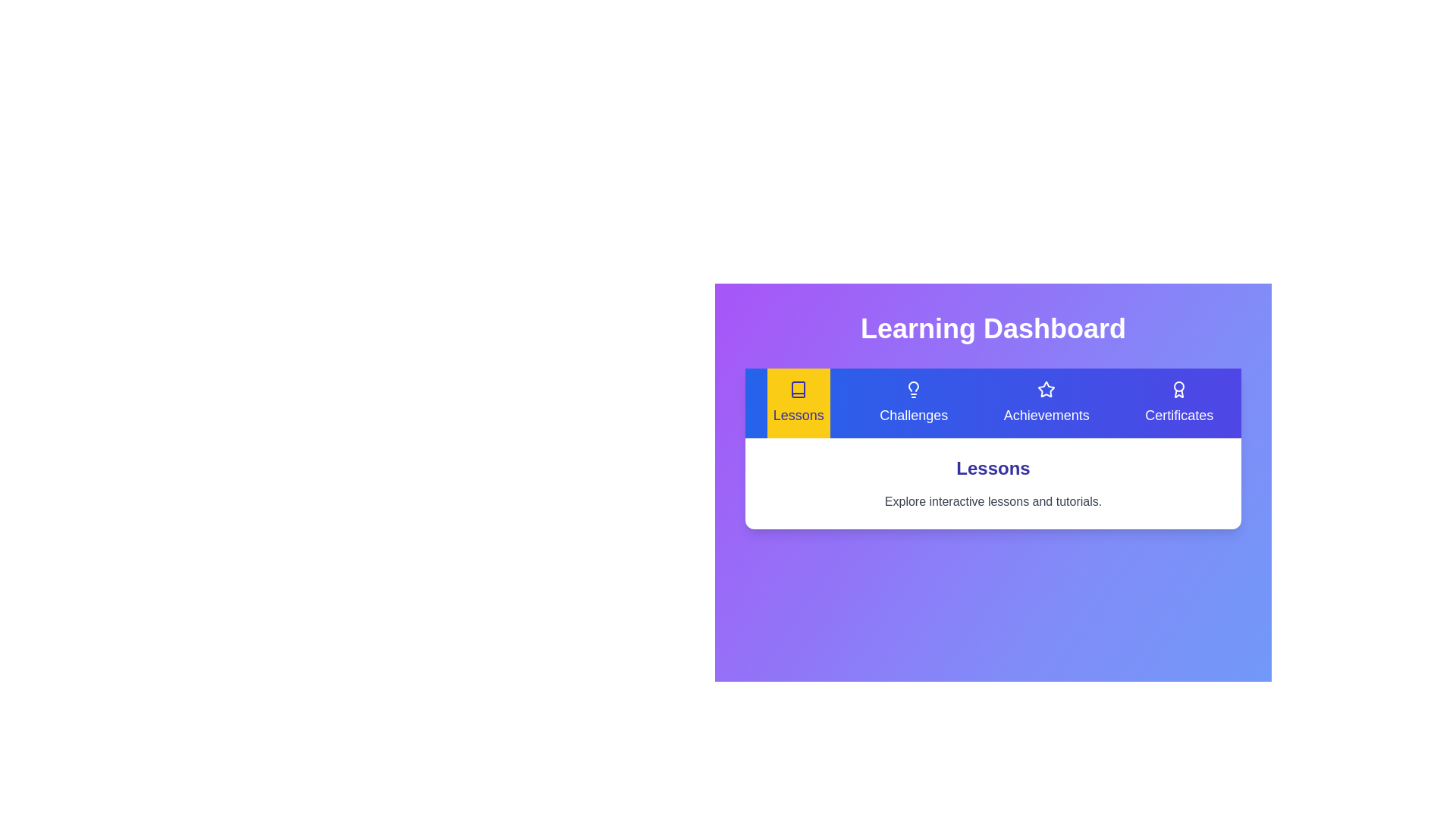 The height and width of the screenshot is (819, 1456). Describe the element at coordinates (1178, 388) in the screenshot. I see `the icon of the tab labeled Certificates` at that location.